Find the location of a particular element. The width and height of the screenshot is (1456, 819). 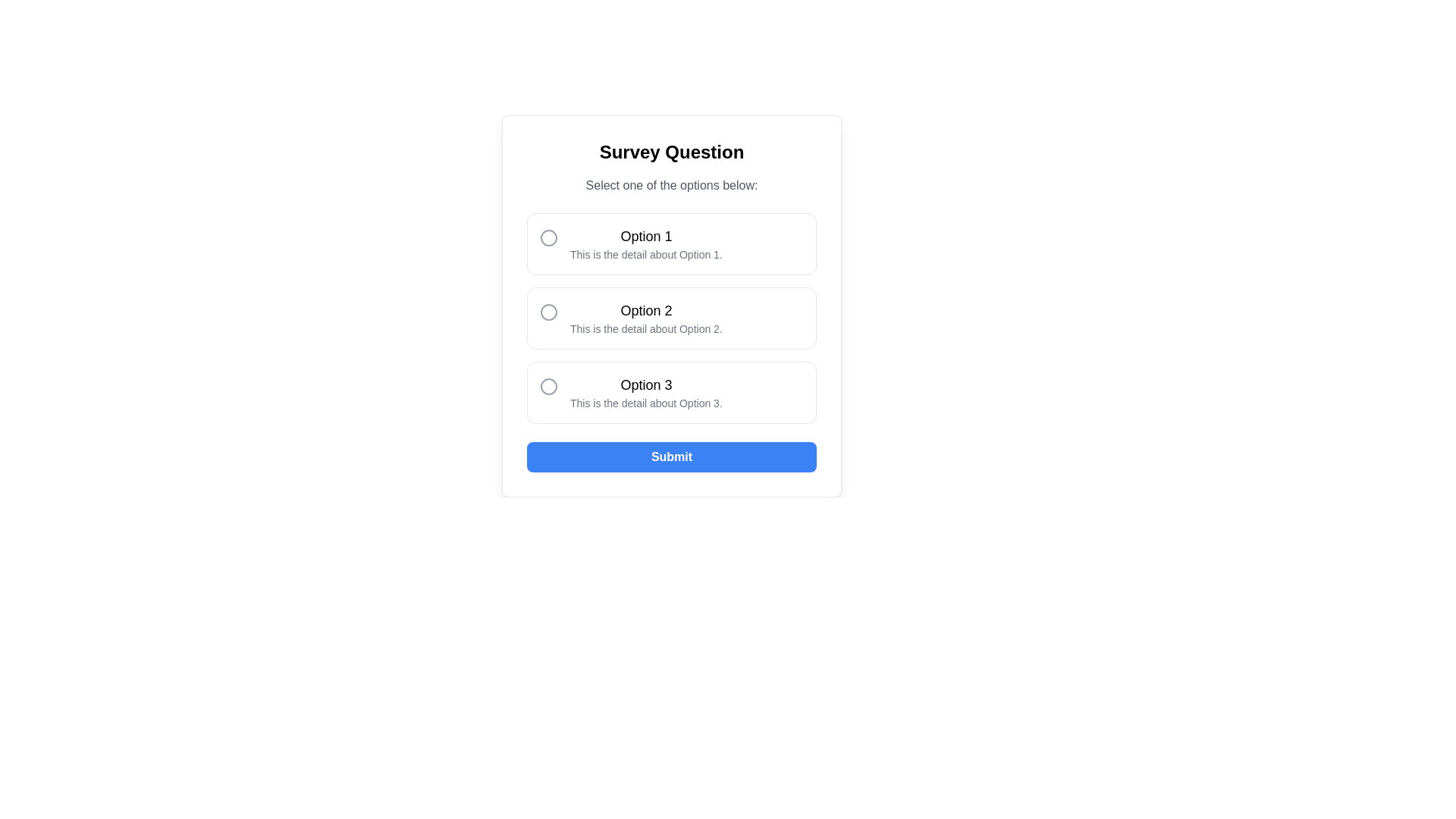

the 'Option 1' radio button is located at coordinates (671, 243).